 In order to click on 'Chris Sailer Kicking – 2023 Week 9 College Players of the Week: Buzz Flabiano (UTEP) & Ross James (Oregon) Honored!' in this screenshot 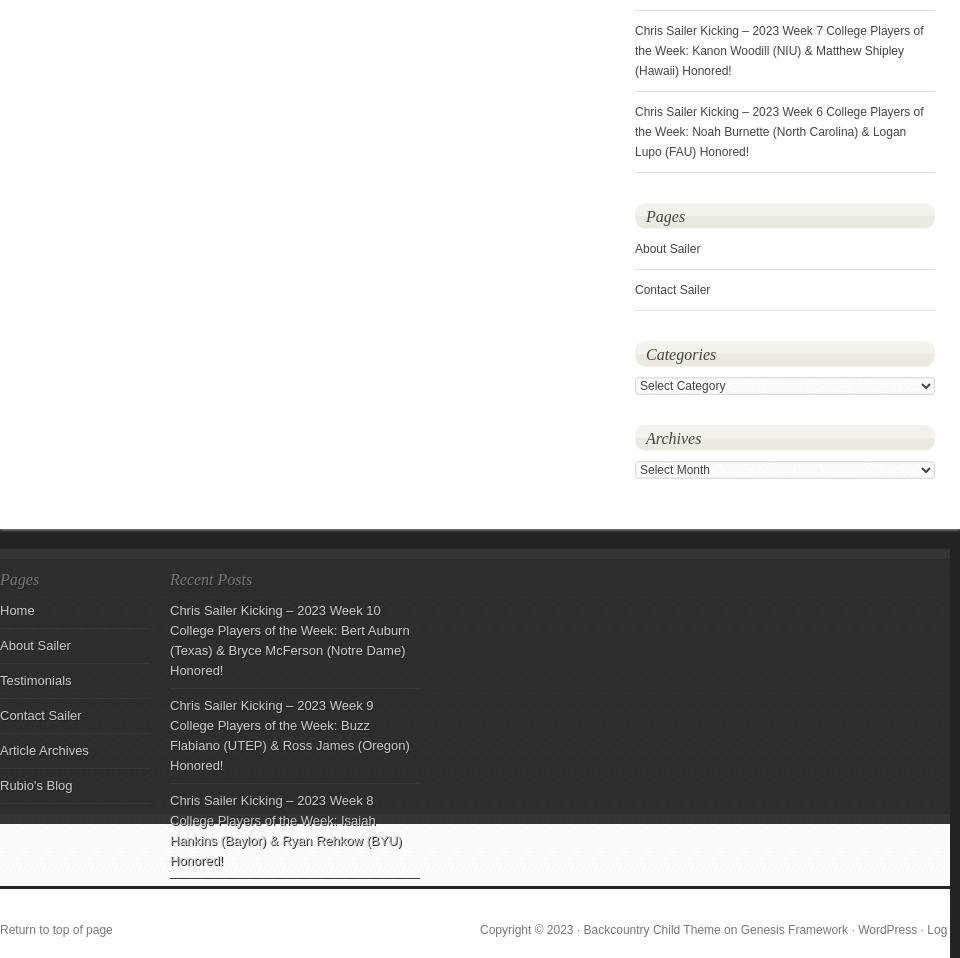, I will do `click(169, 735)`.